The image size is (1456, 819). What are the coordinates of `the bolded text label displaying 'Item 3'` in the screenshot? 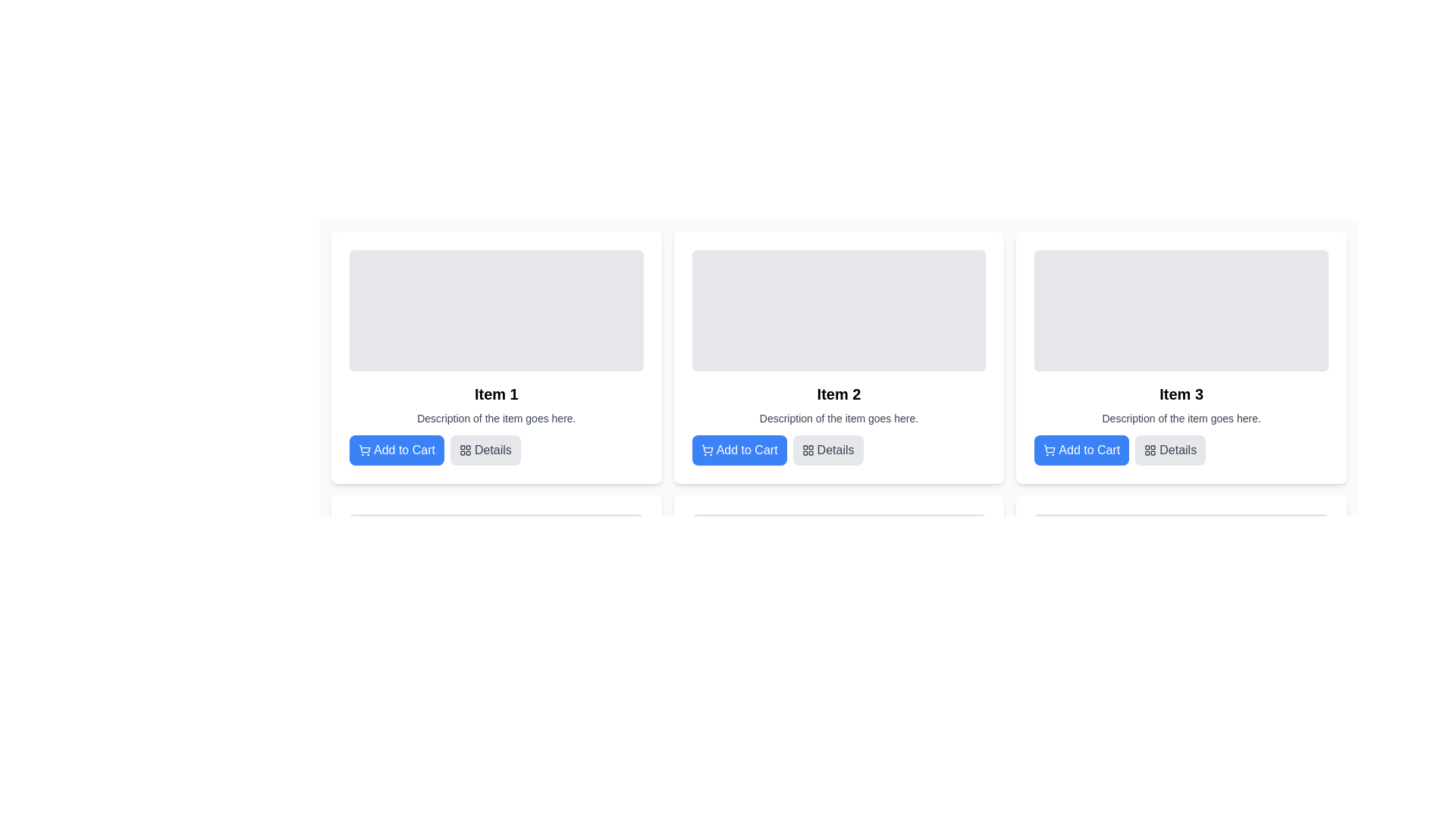 It's located at (1181, 394).